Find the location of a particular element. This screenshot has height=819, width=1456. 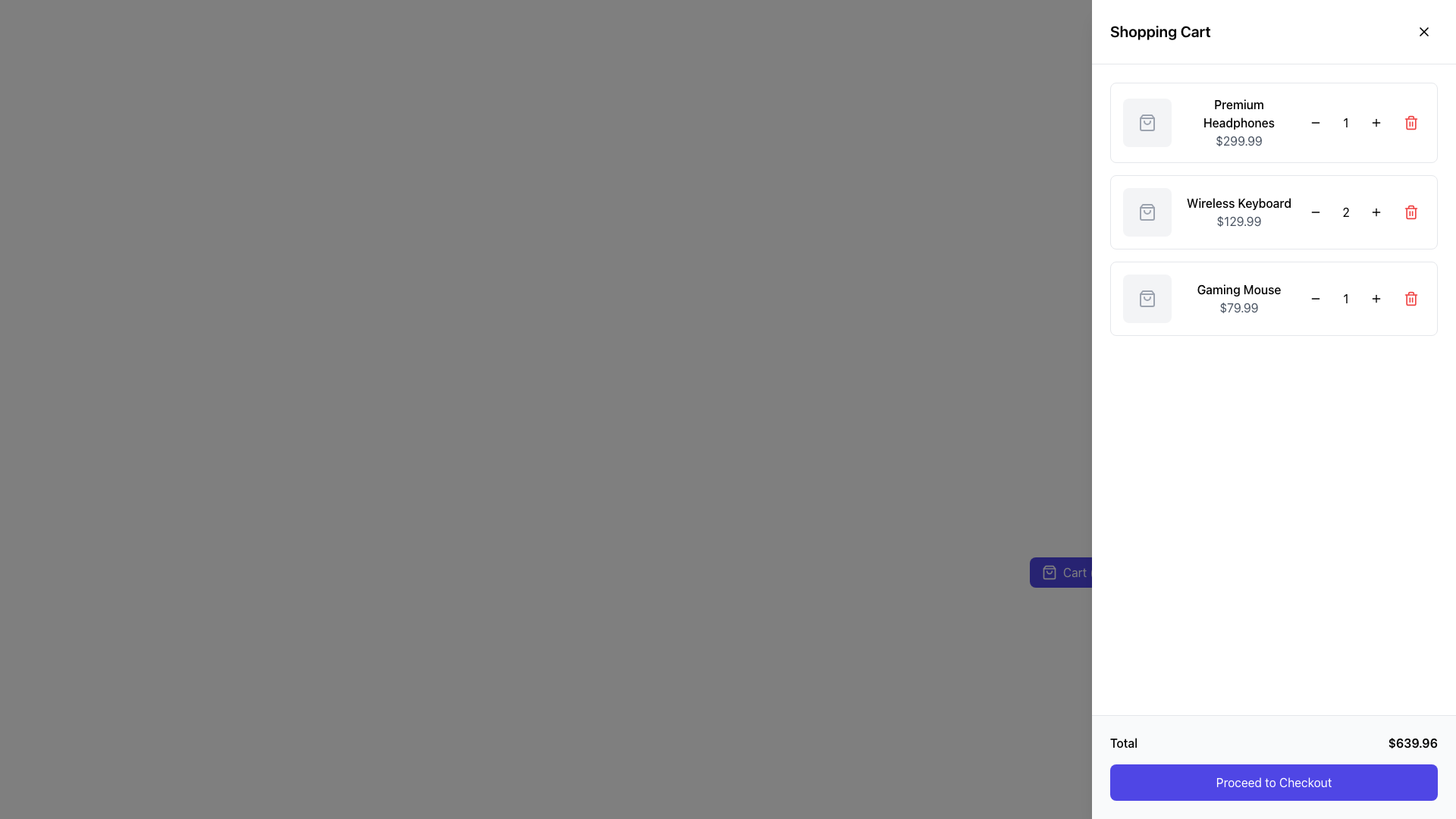

the plus icon button to increment the item quantity in the shopping cart interface, located on the second item's row adjacent to the quantity indicator is located at coordinates (1376, 212).